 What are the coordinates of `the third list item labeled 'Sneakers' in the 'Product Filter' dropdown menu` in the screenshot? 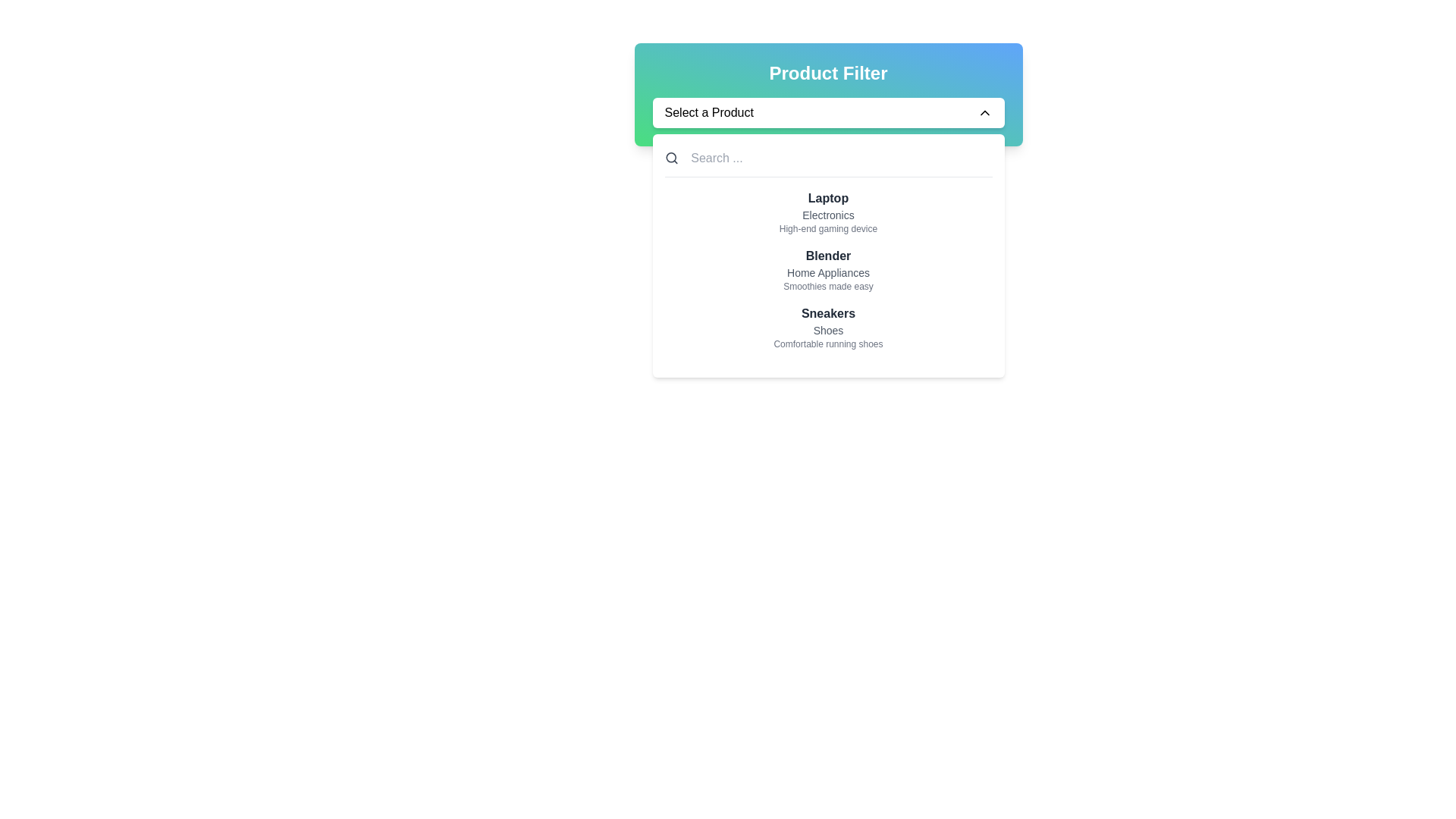 It's located at (827, 327).